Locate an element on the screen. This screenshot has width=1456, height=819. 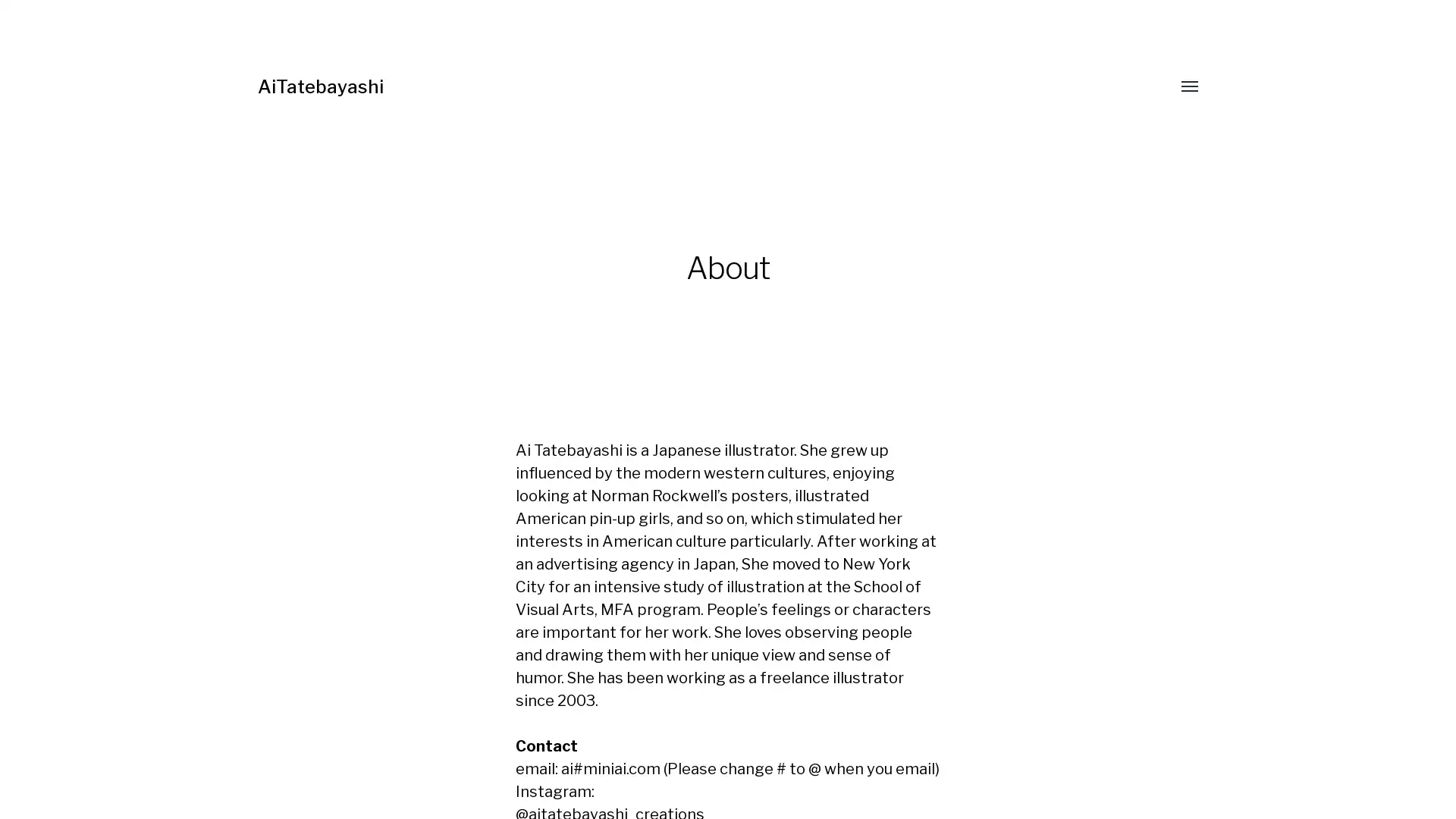
Toggle menu is located at coordinates (1178, 86).